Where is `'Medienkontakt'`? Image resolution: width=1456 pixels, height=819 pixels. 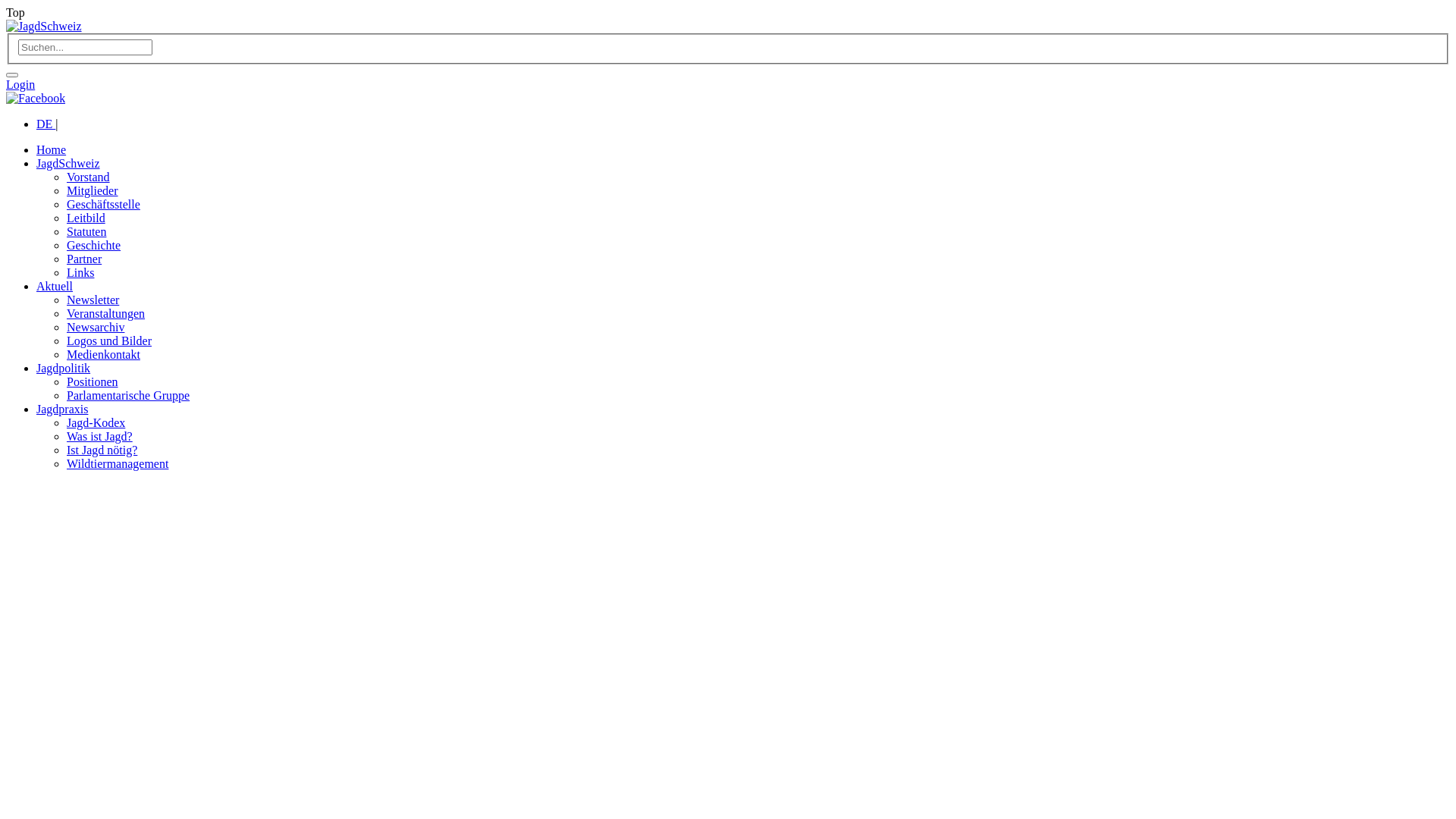 'Medienkontakt' is located at coordinates (102, 354).